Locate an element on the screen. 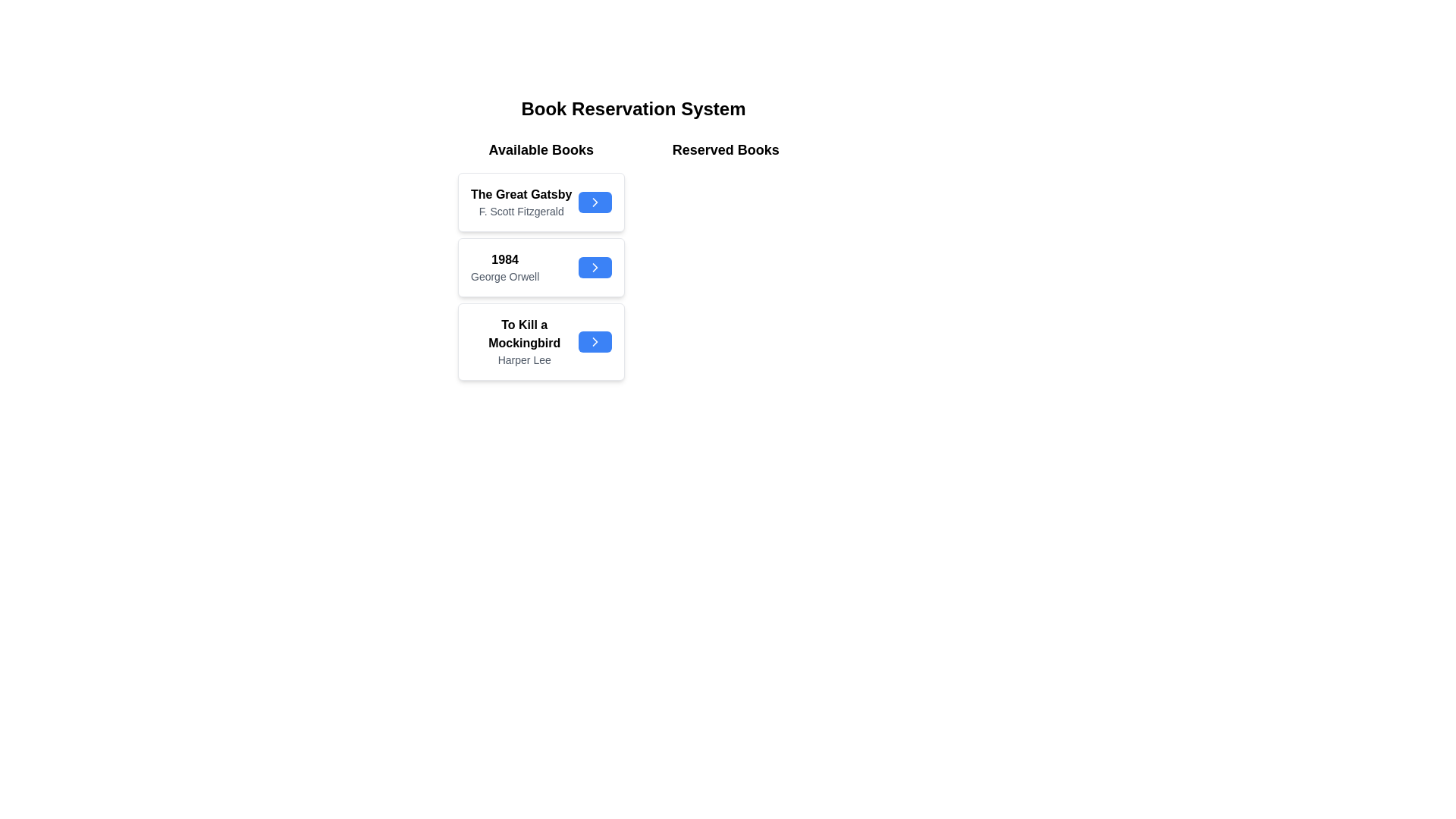 The image size is (1456, 819). the centered header text labeled 'Book Reservation System', which is styled in bold and large font at the top of the interface is located at coordinates (633, 108).